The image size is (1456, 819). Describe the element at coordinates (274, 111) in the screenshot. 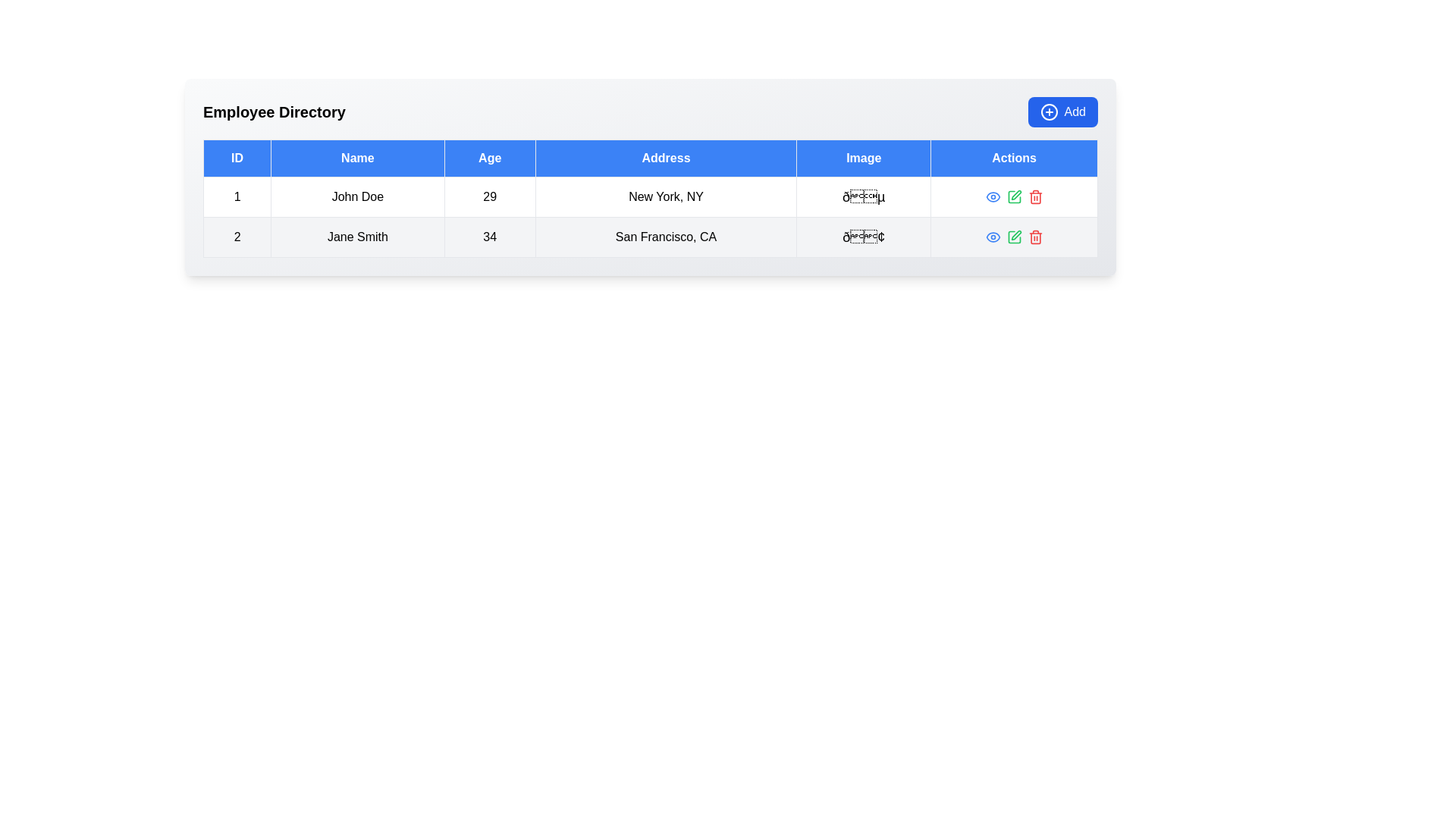

I see `the Text label that serves as the heading for the Employee Directory section, which is located in the top-left corner of the interface` at that location.